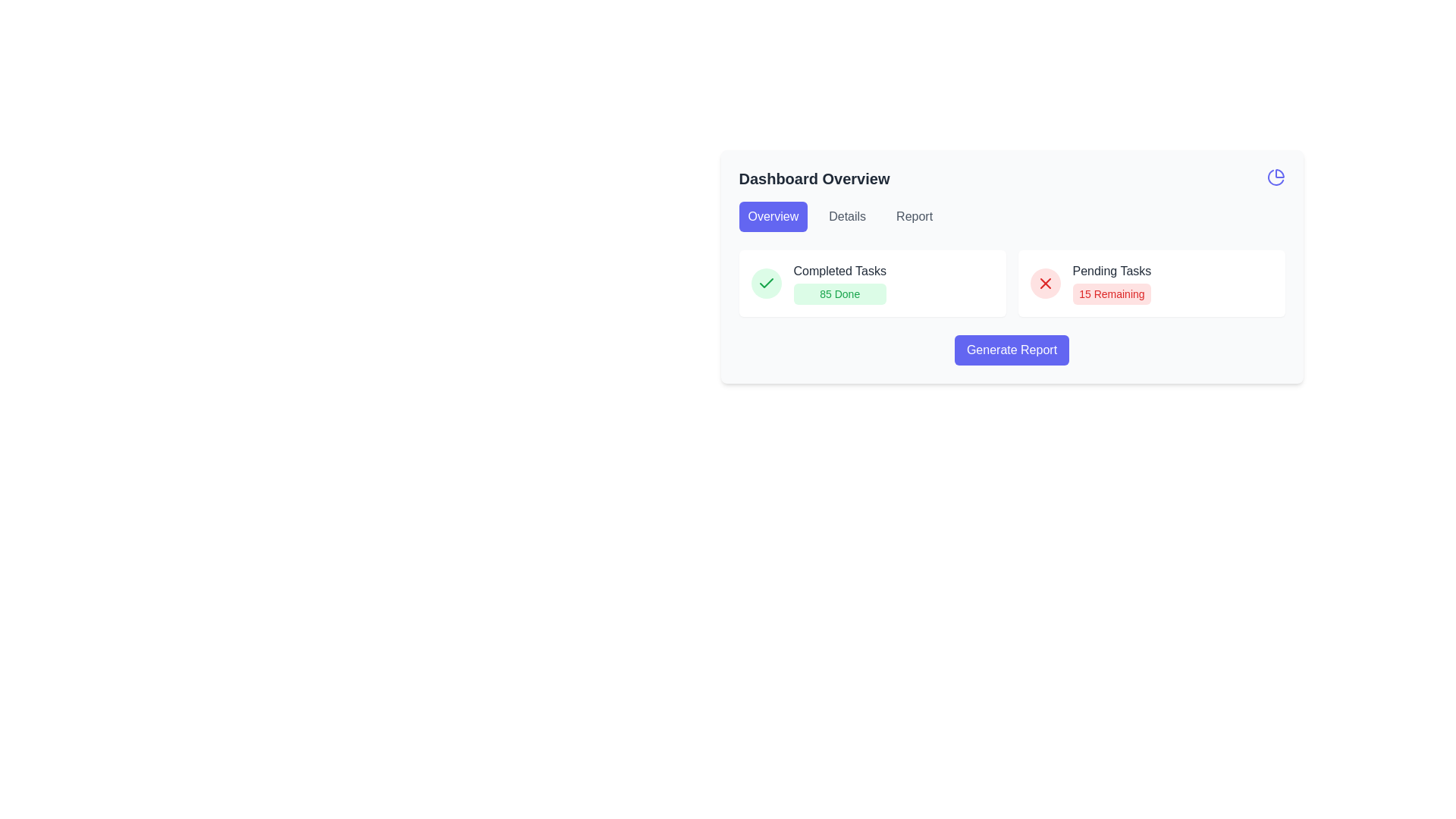  What do you see at coordinates (773, 216) in the screenshot?
I see `the blue rectangular button with rounded corners labeled 'Overview'` at bounding box center [773, 216].